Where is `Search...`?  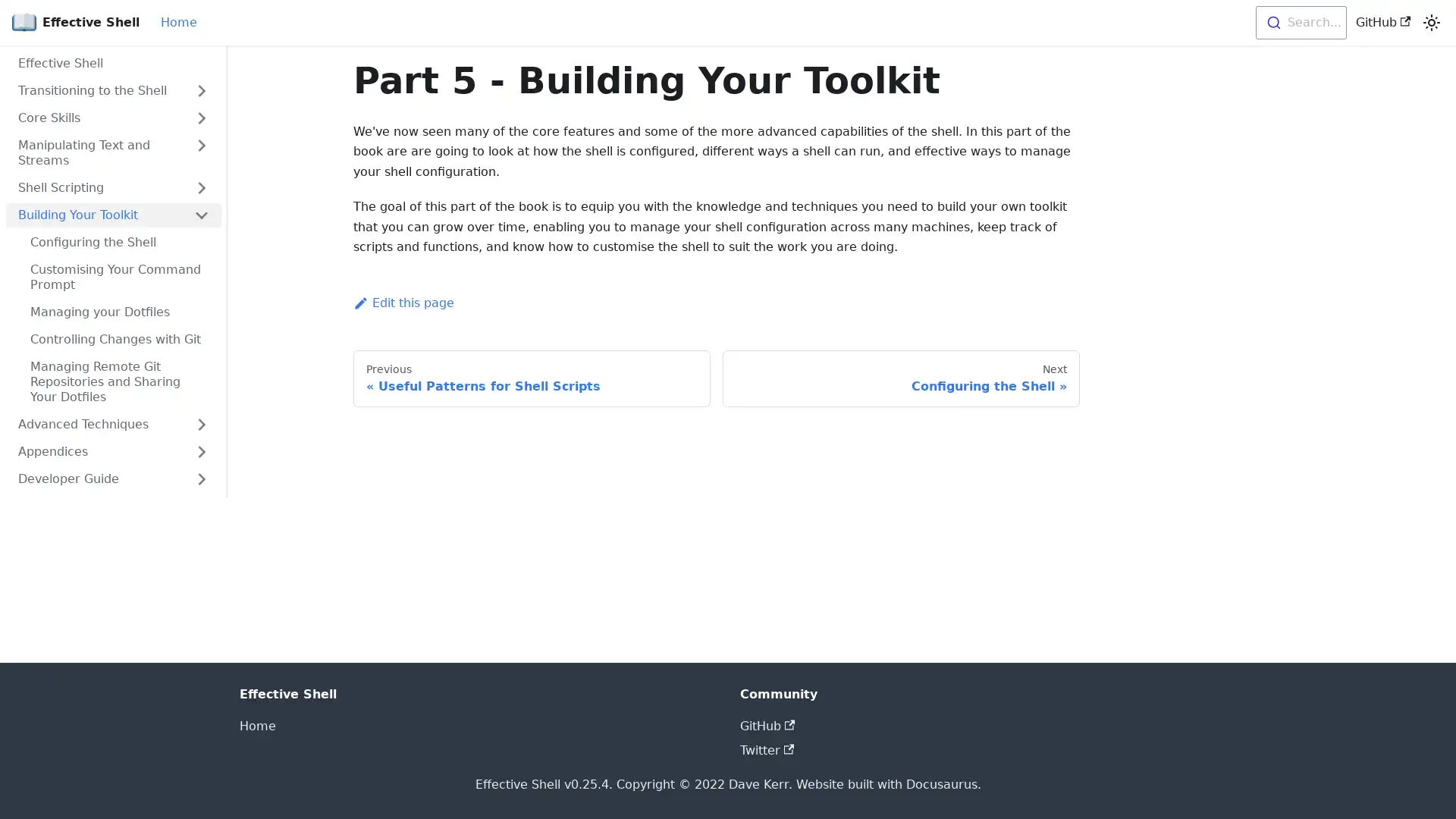 Search... is located at coordinates (1299, 23).